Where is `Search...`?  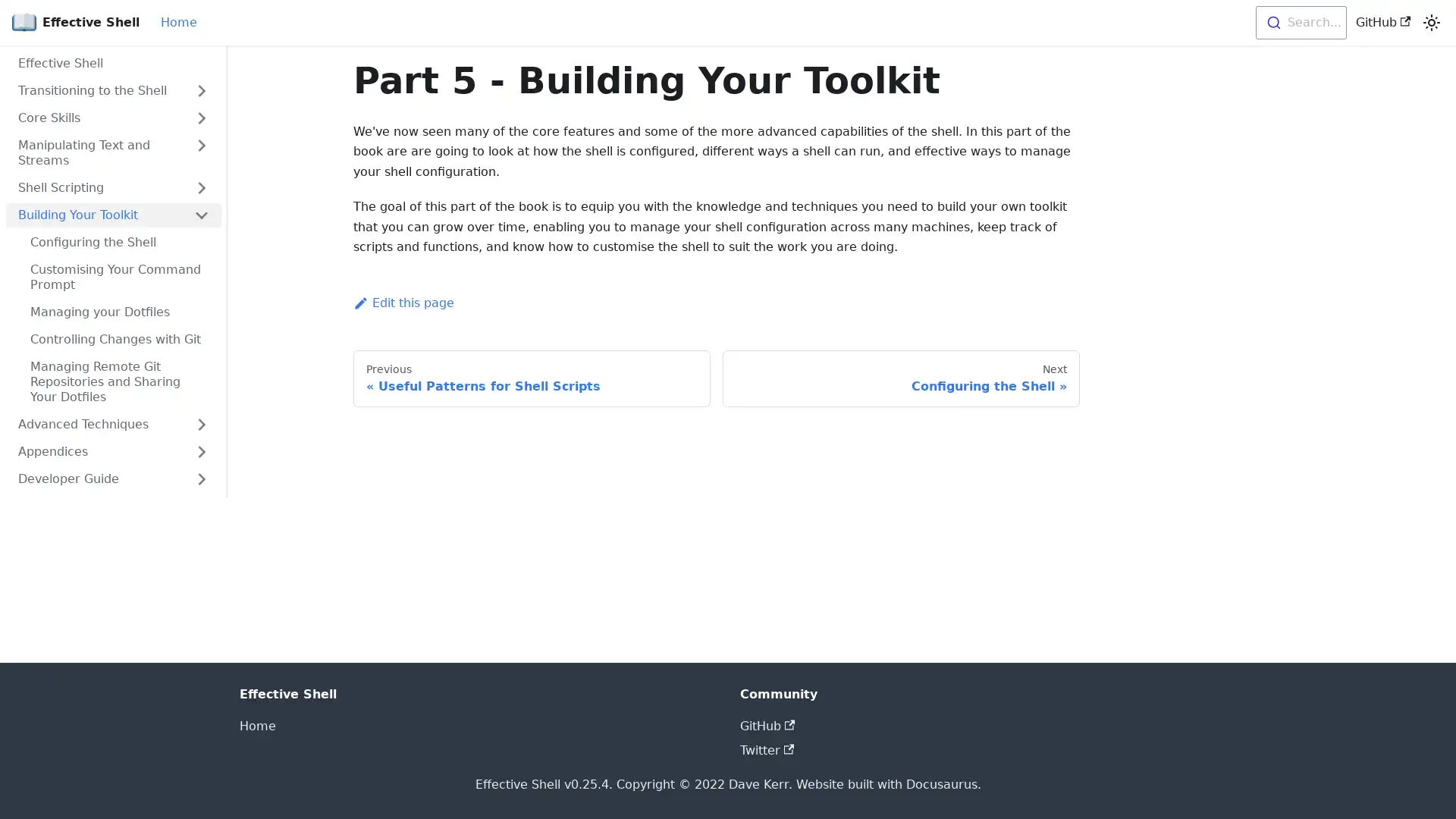 Search... is located at coordinates (1299, 23).